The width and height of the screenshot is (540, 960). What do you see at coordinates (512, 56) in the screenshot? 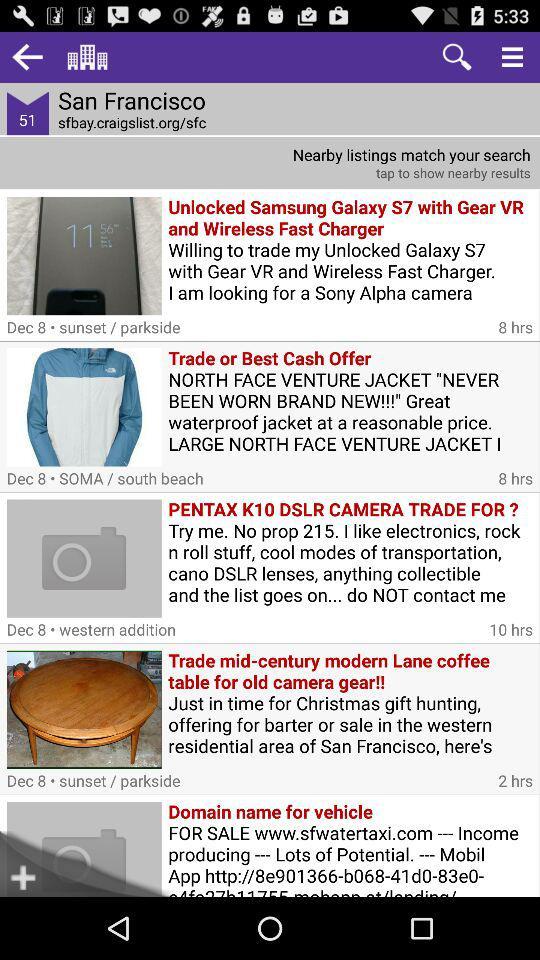
I see `expand search` at bounding box center [512, 56].